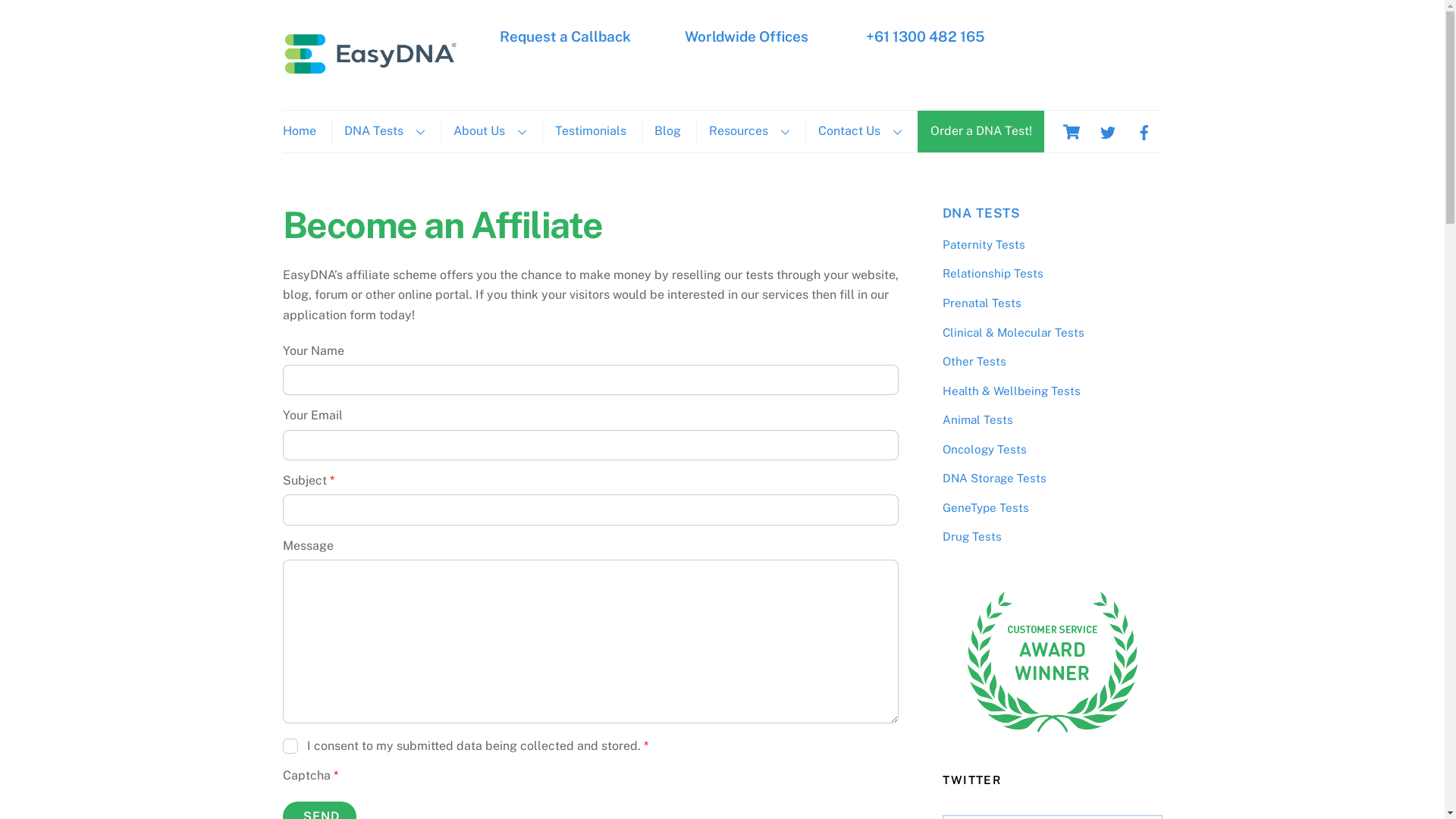 The width and height of the screenshot is (1456, 819). I want to click on ' +61 1300 482 165', so click(862, 35).